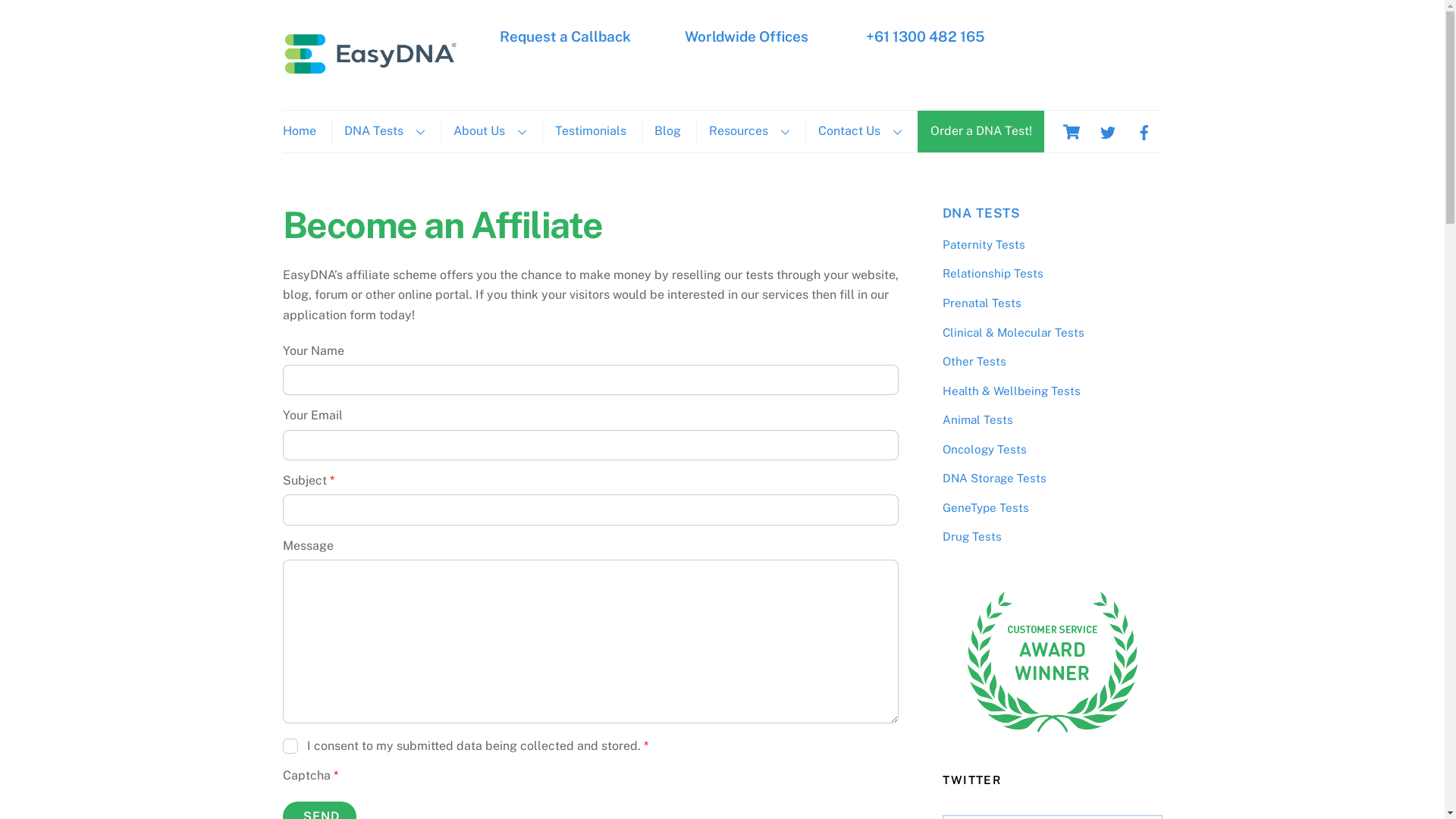 The width and height of the screenshot is (1456, 819). I want to click on ' +61 1300 482 165', so click(862, 35).